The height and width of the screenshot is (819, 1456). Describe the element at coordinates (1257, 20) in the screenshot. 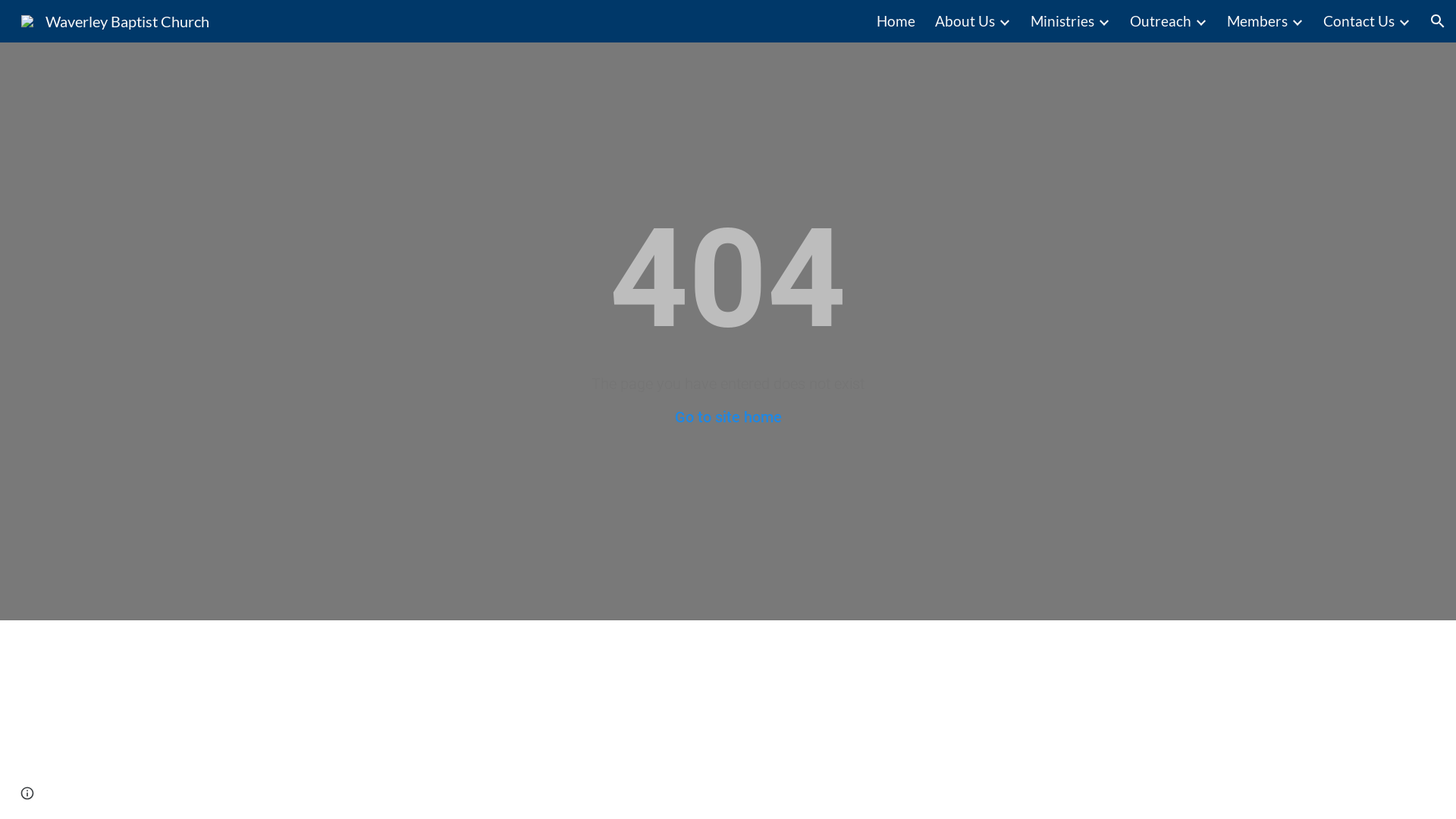

I see `'Members'` at that location.